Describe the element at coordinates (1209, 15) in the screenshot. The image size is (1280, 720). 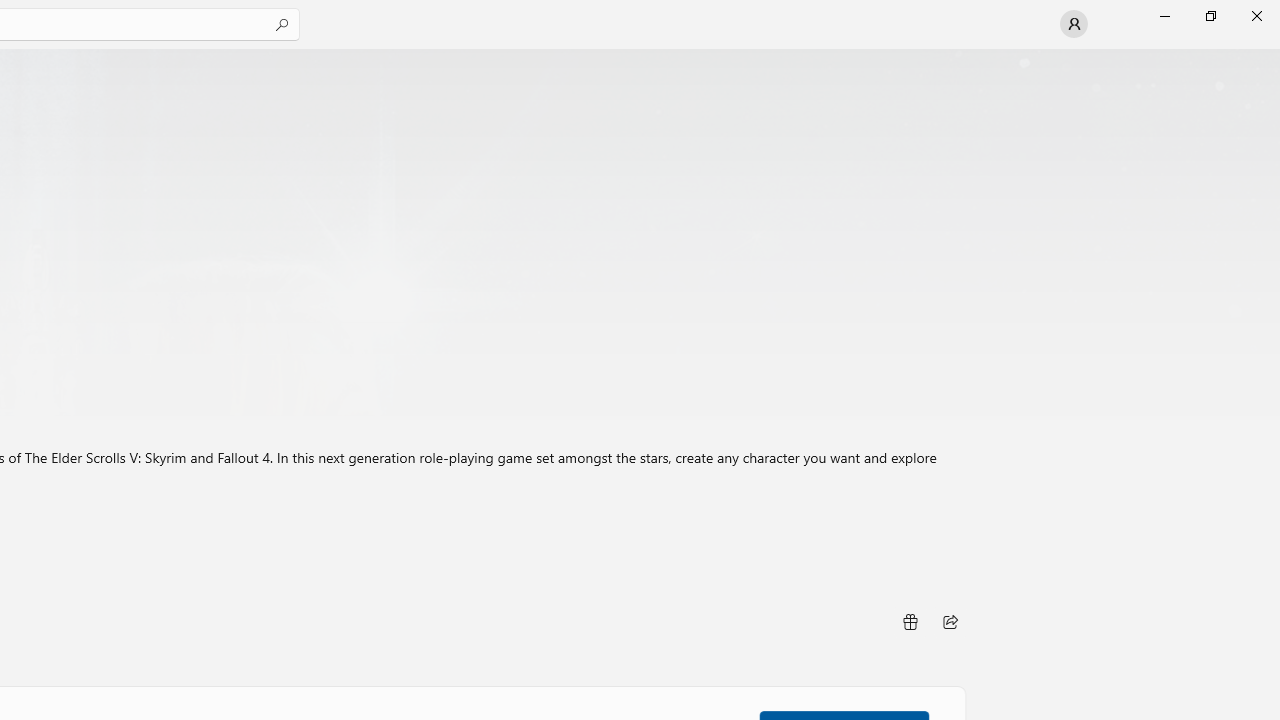
I see `'Restore Microsoft Store'` at that location.